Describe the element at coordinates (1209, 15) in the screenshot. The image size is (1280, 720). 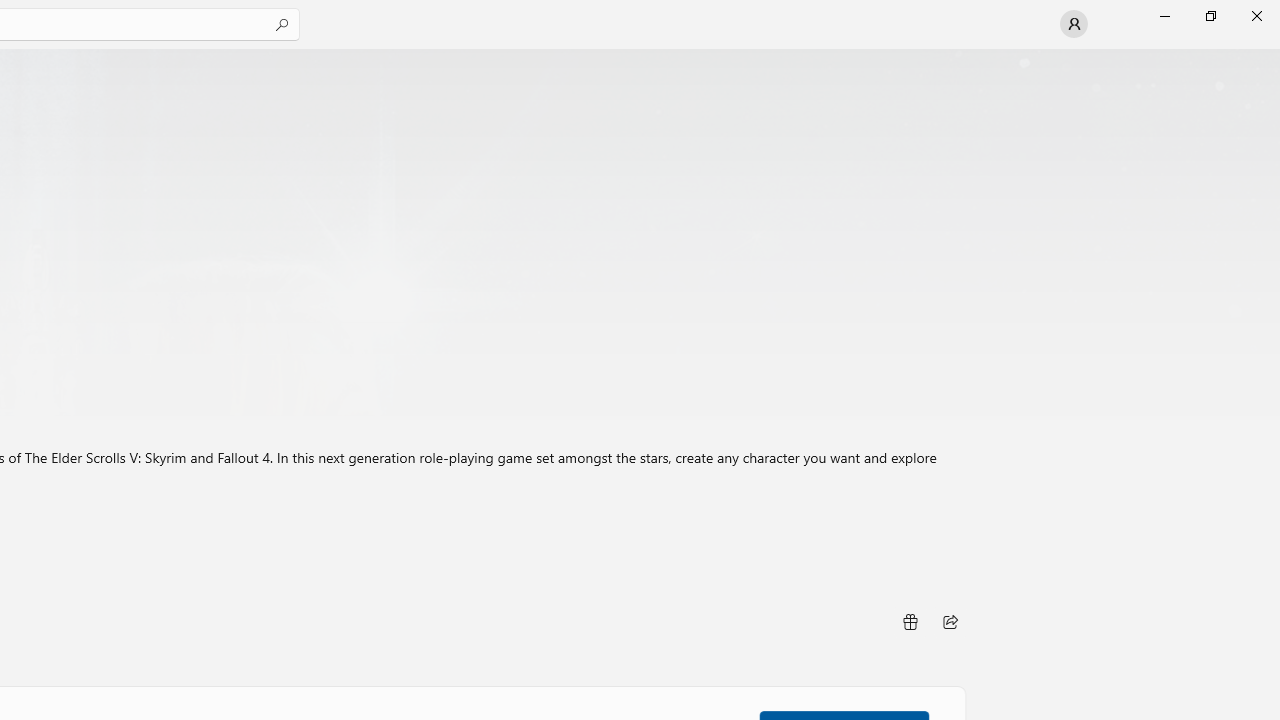
I see `'Restore Microsoft Store'` at that location.